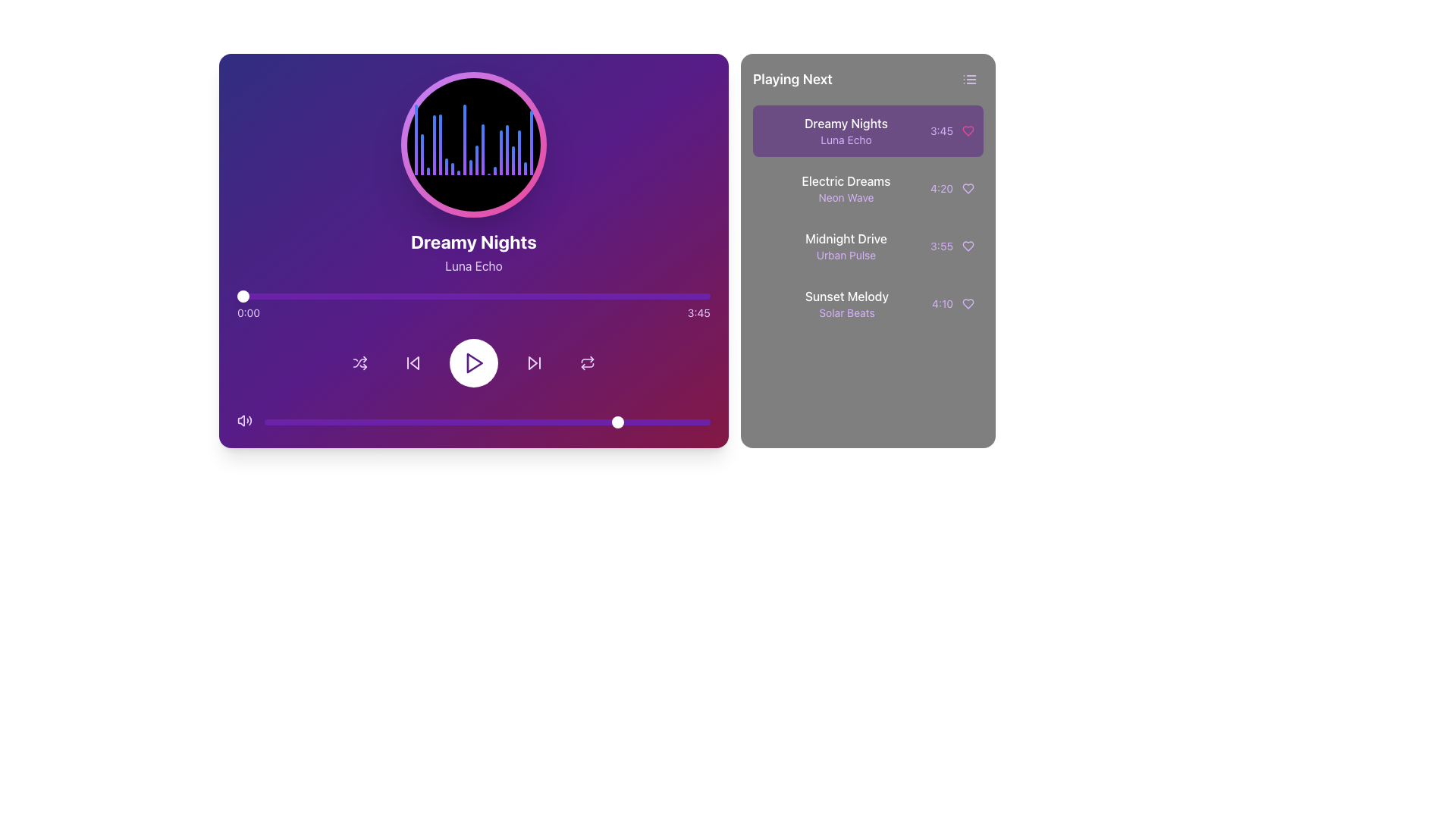  I want to click on the playback position, so click(476, 296).